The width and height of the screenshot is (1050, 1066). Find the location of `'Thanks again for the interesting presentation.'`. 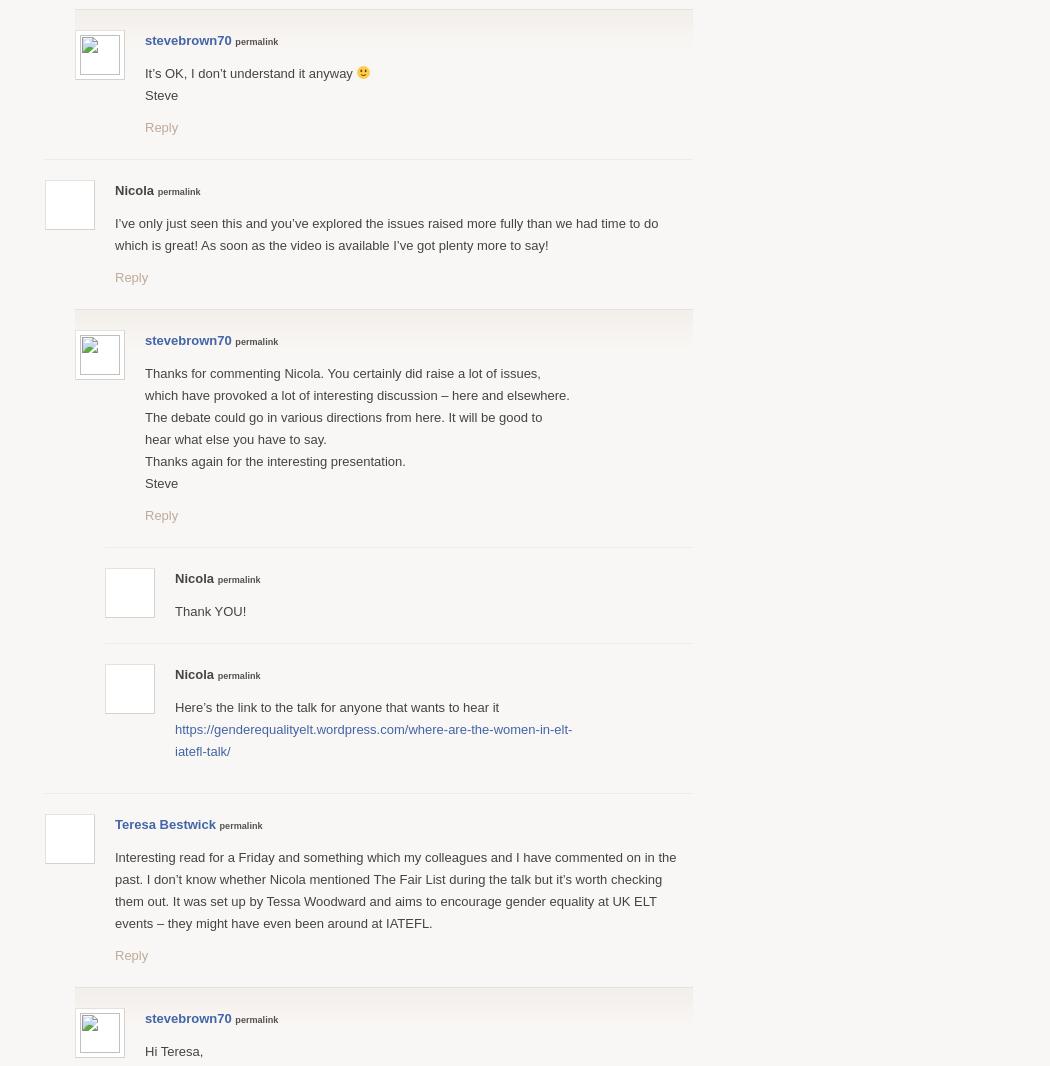

'Thanks again for the interesting presentation.' is located at coordinates (144, 460).